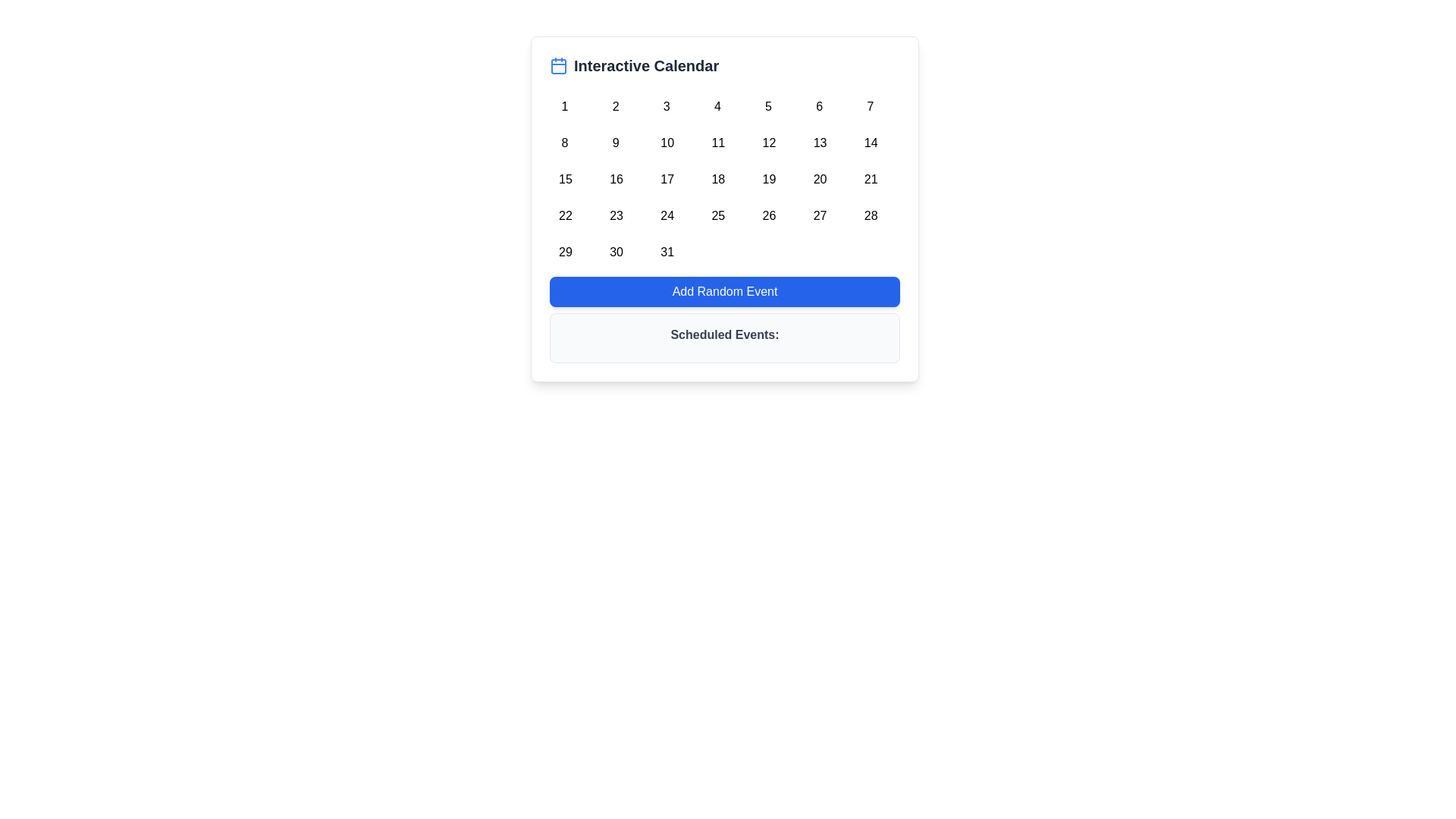 The width and height of the screenshot is (1456, 819). Describe the element at coordinates (768, 103) in the screenshot. I see `the button representing the 5th day of the calendar` at that location.